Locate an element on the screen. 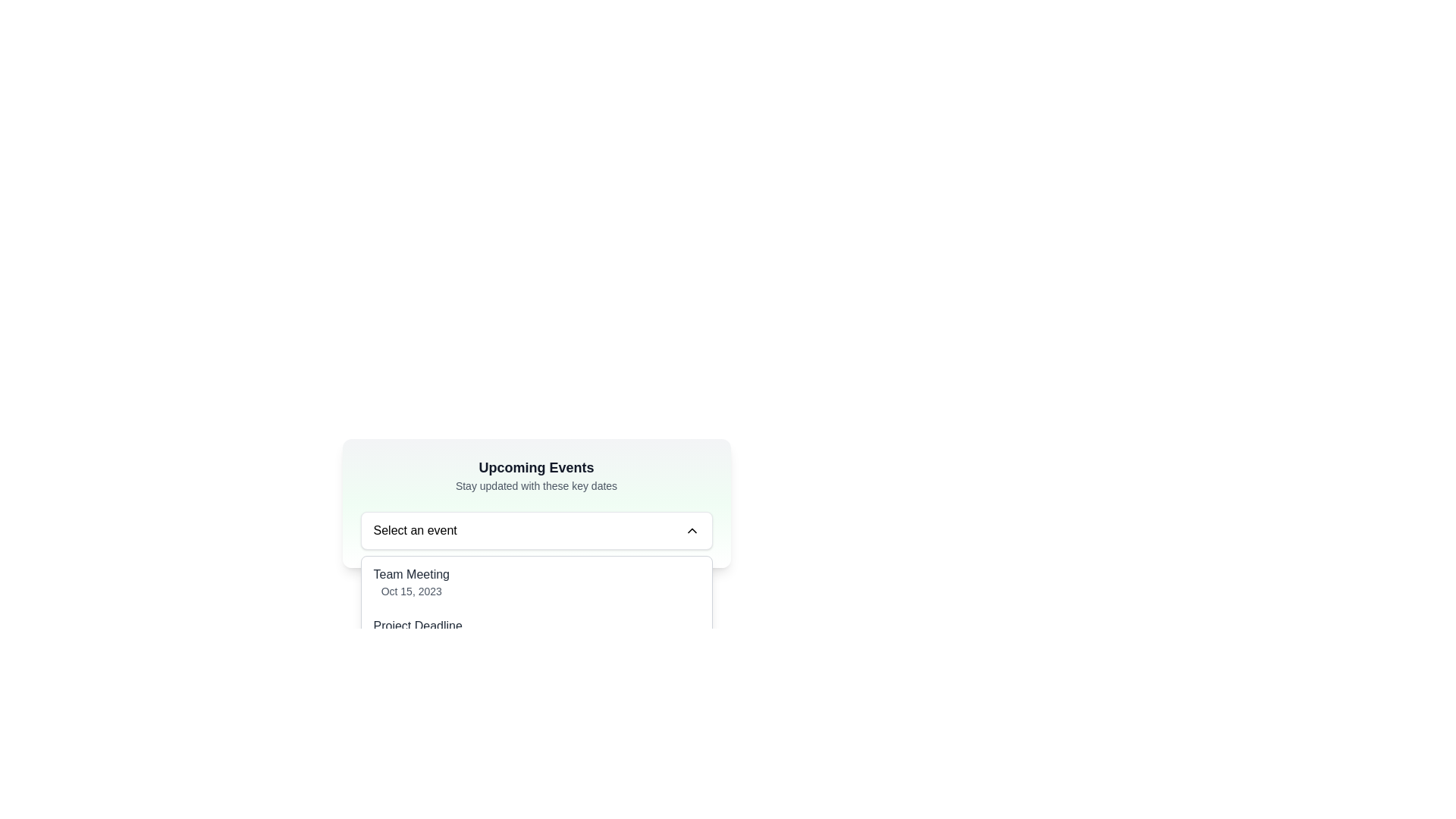 Image resolution: width=1456 pixels, height=819 pixels. the Text label that prompts the user to select an event from the dropdown menu, located to the left of the arrow icon is located at coordinates (415, 529).